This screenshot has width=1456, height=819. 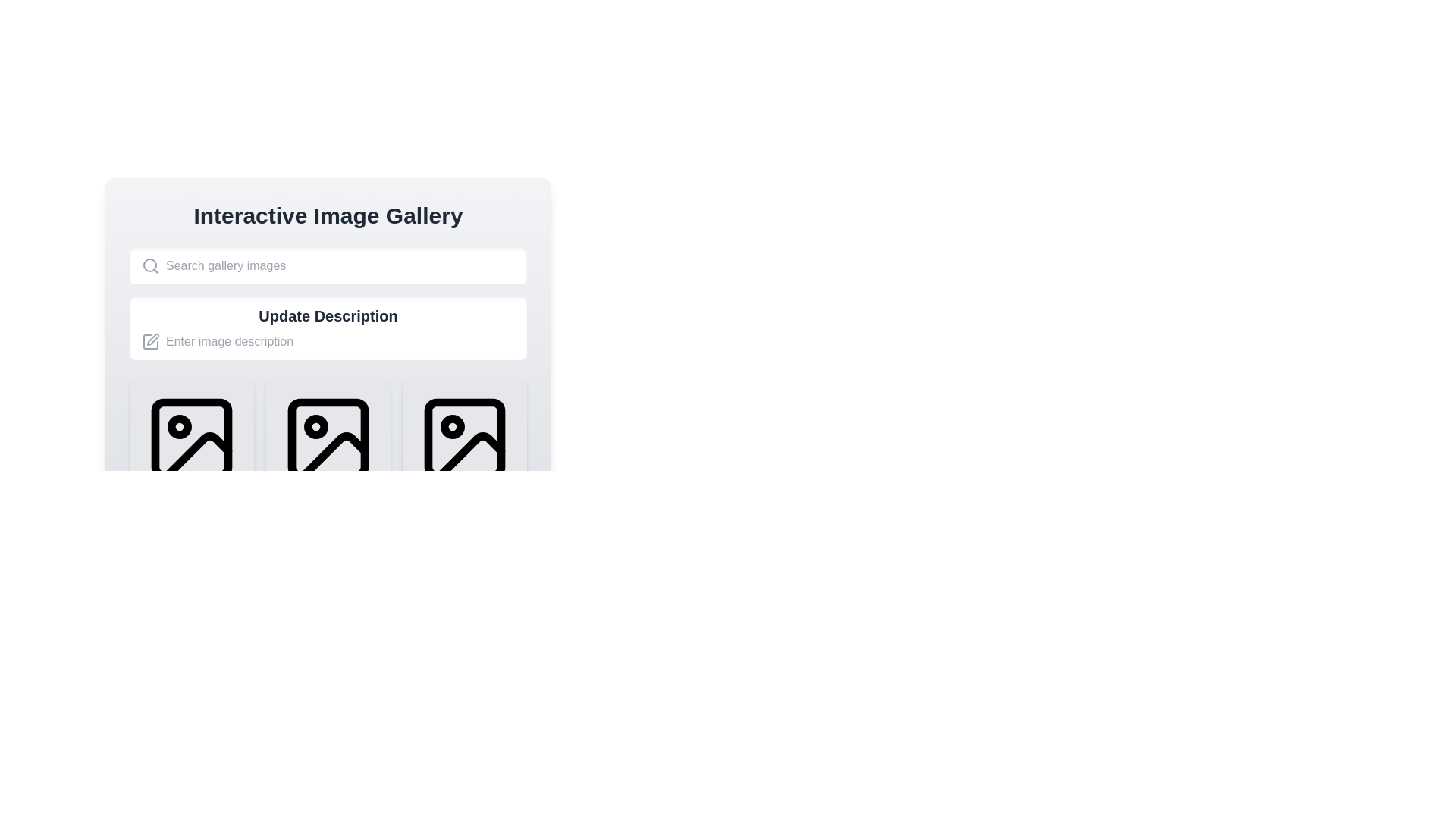 I want to click on the decorative visual element located in the bottom-left quadrant of the image icon, which is the leftmost among similar icons in the row, so click(x=196, y=455).